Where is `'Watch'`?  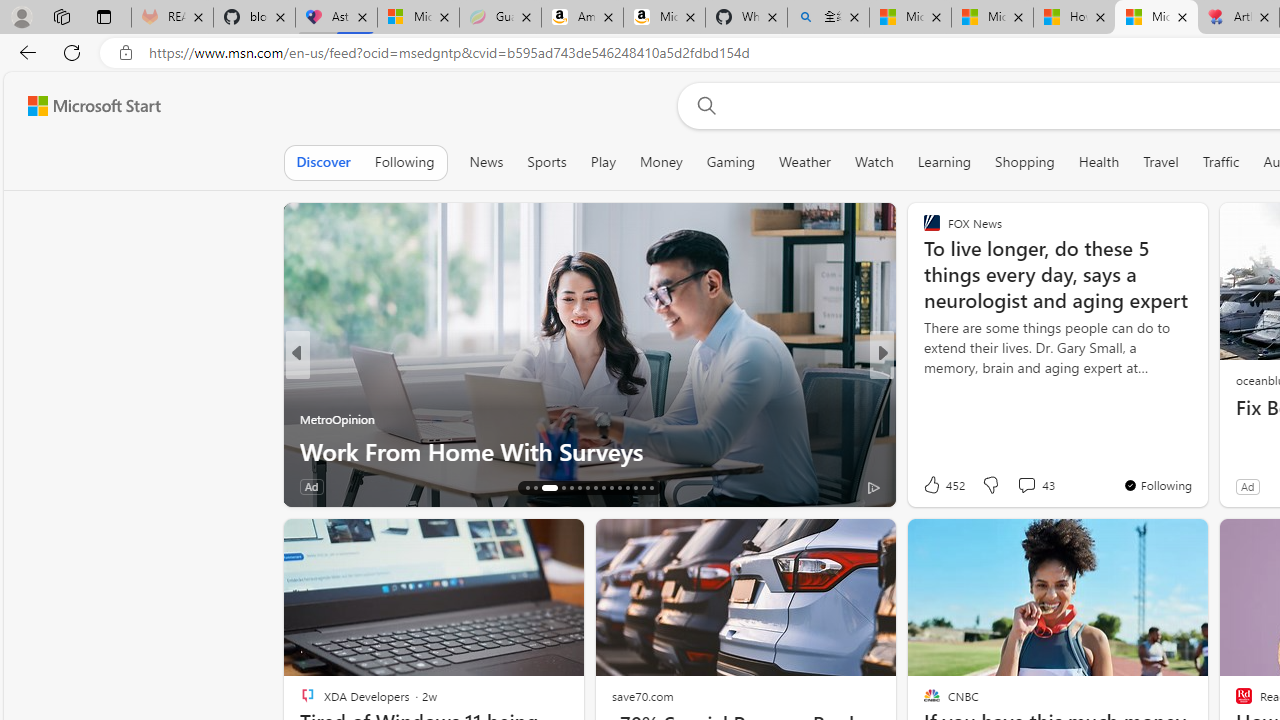
'Watch' is located at coordinates (874, 161).